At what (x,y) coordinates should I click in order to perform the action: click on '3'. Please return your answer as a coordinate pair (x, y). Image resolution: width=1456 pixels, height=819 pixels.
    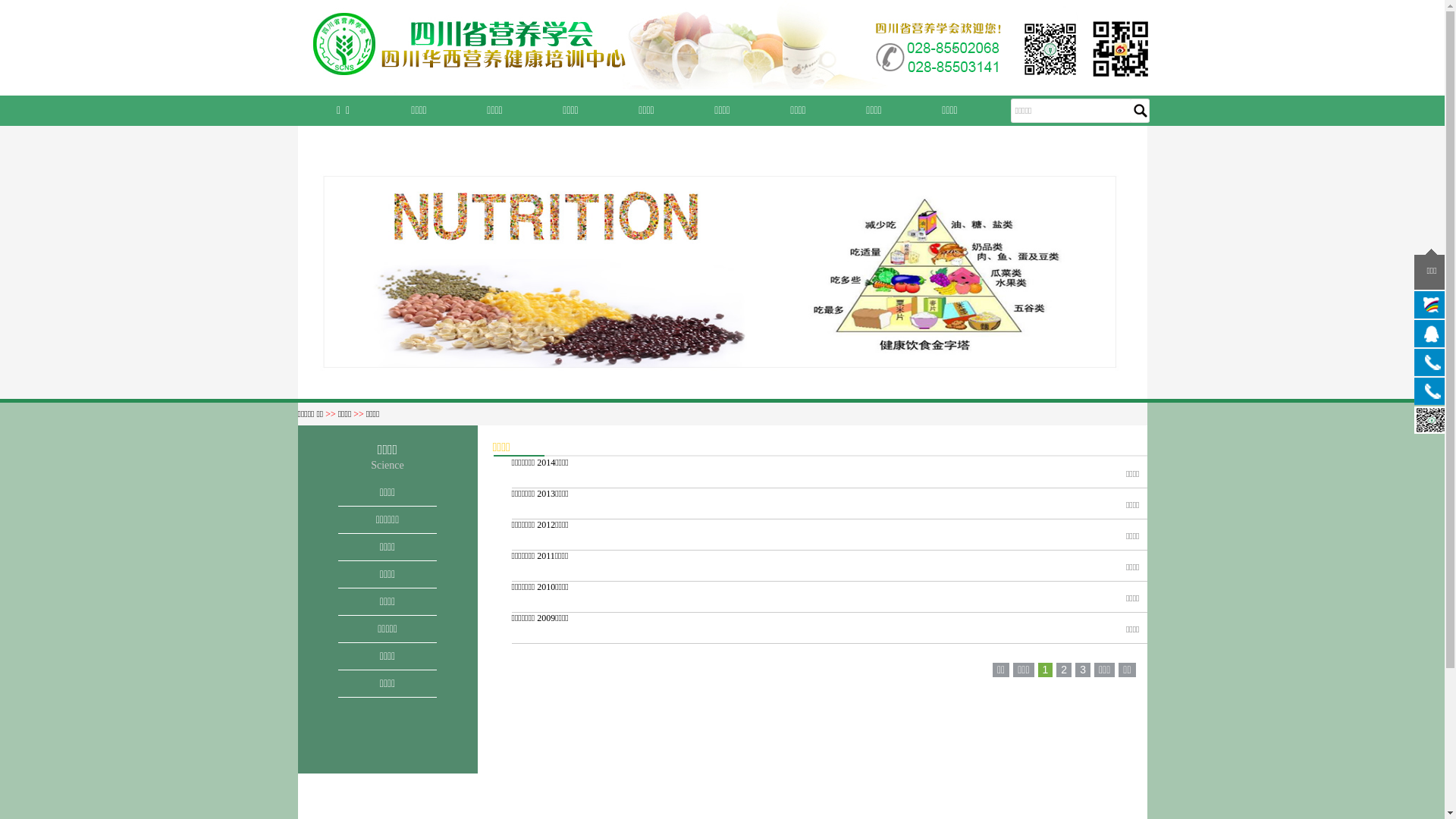
    Looking at the image, I should click on (1081, 669).